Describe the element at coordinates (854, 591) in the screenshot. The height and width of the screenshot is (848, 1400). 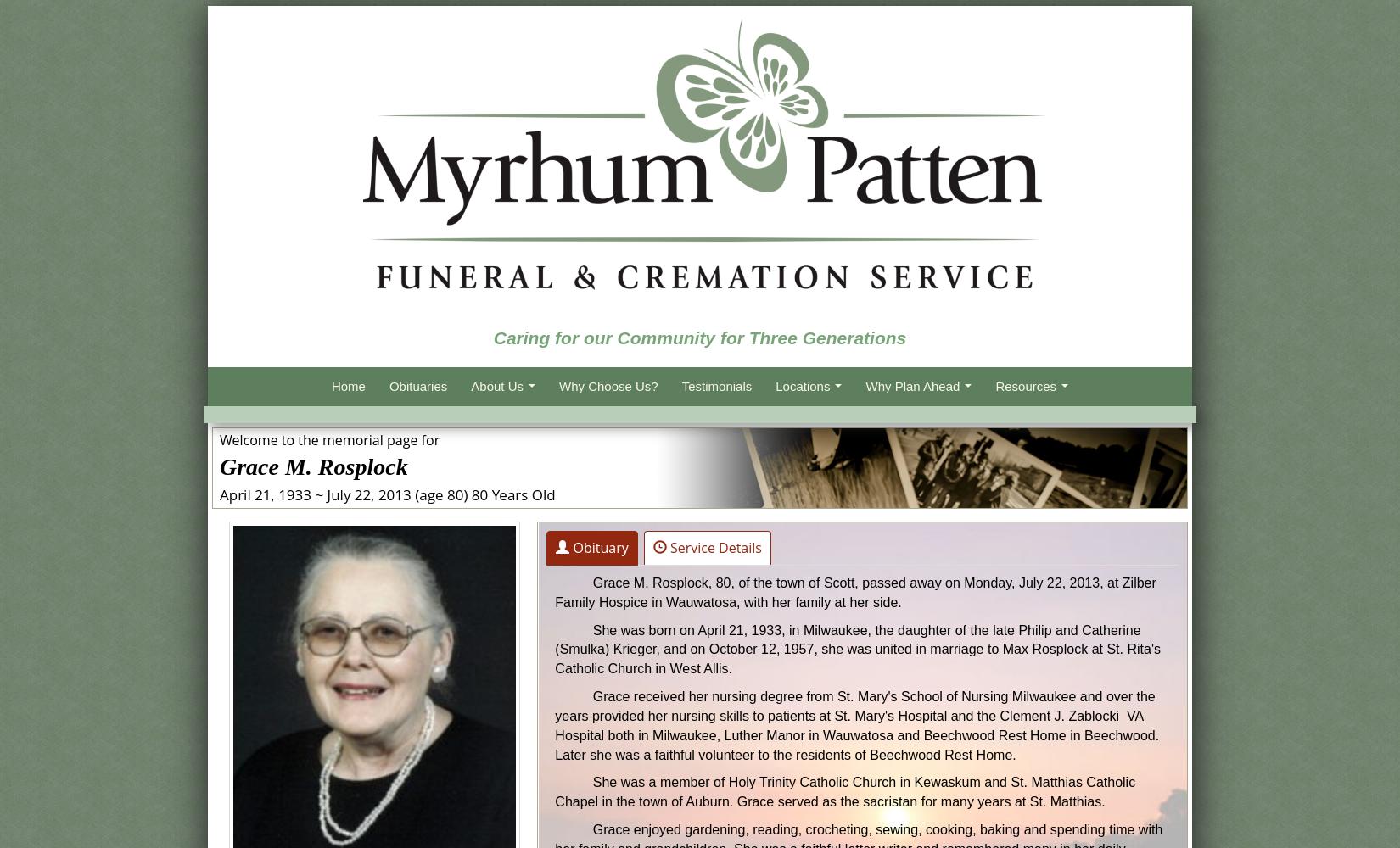
I see `'Grace M. Rosplock, 80, of the town of Scott, passed away on Monday, July 22, 2013, at Zilber Family Hospice in Wauwatosa, with her family at her side.'` at that location.